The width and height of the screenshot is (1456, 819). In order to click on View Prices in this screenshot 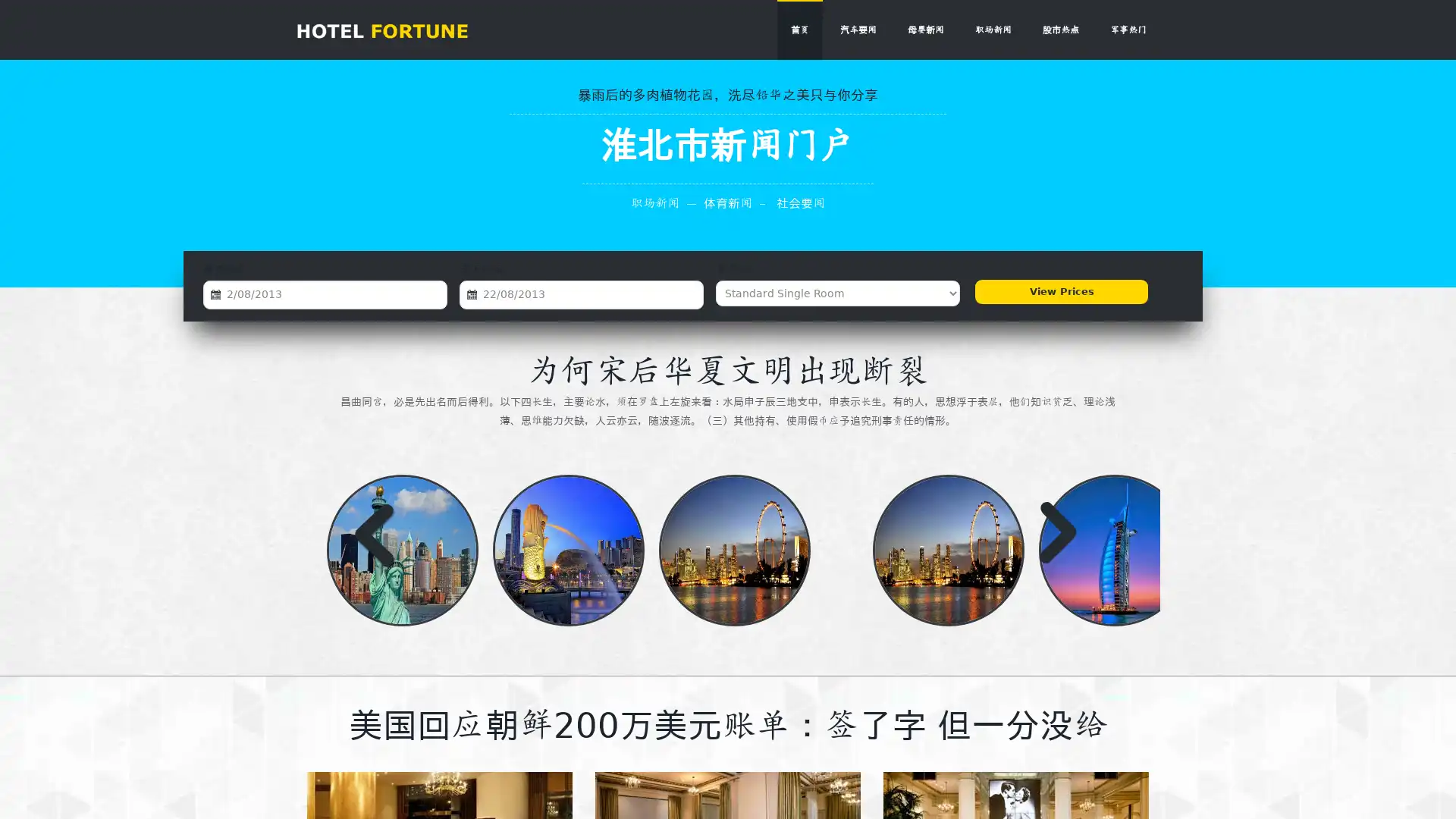, I will do `click(1057, 293)`.